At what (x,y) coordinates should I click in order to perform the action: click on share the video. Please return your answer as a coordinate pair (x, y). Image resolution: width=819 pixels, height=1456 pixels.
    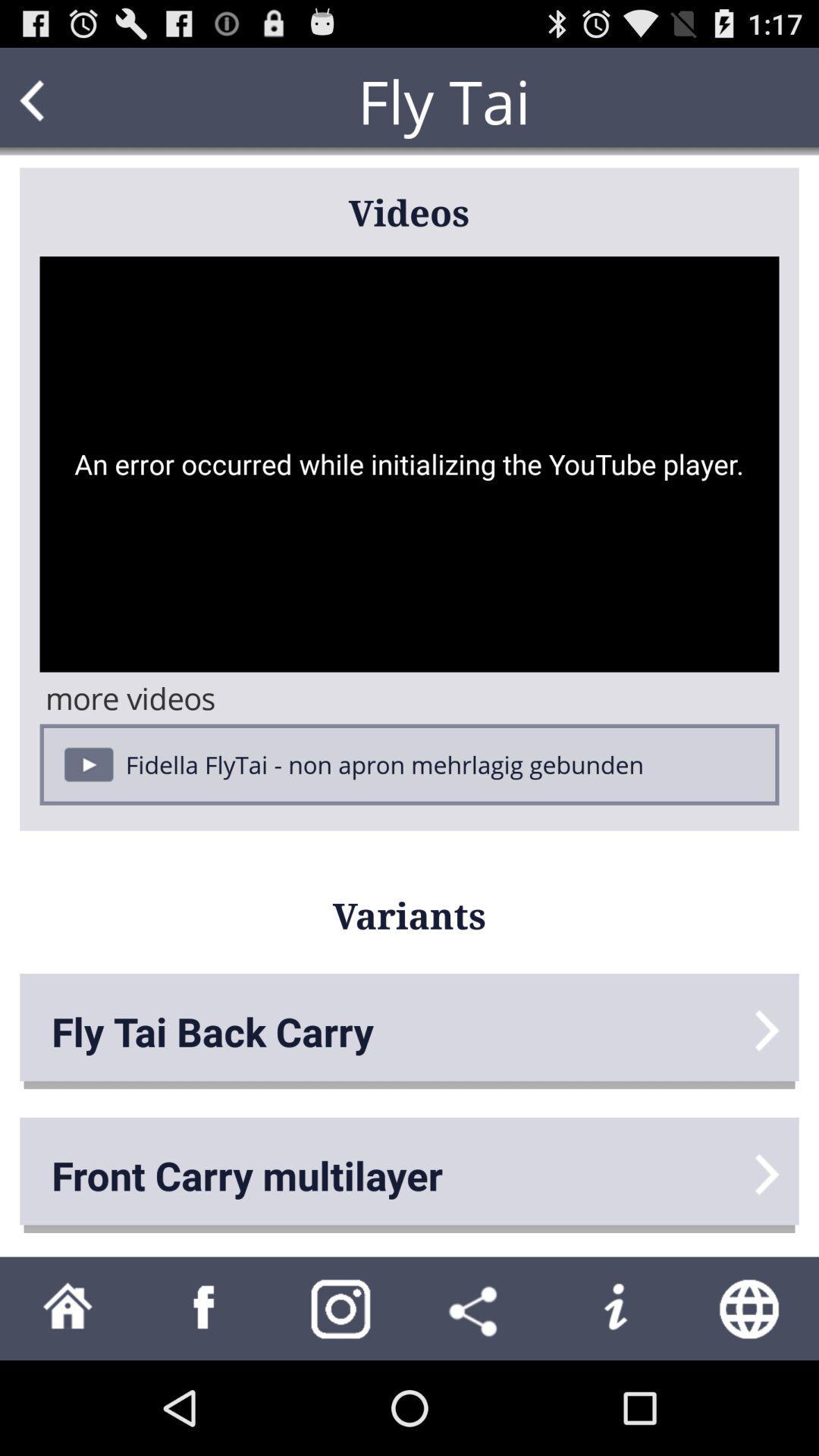
    Looking at the image, I should click on (476, 1307).